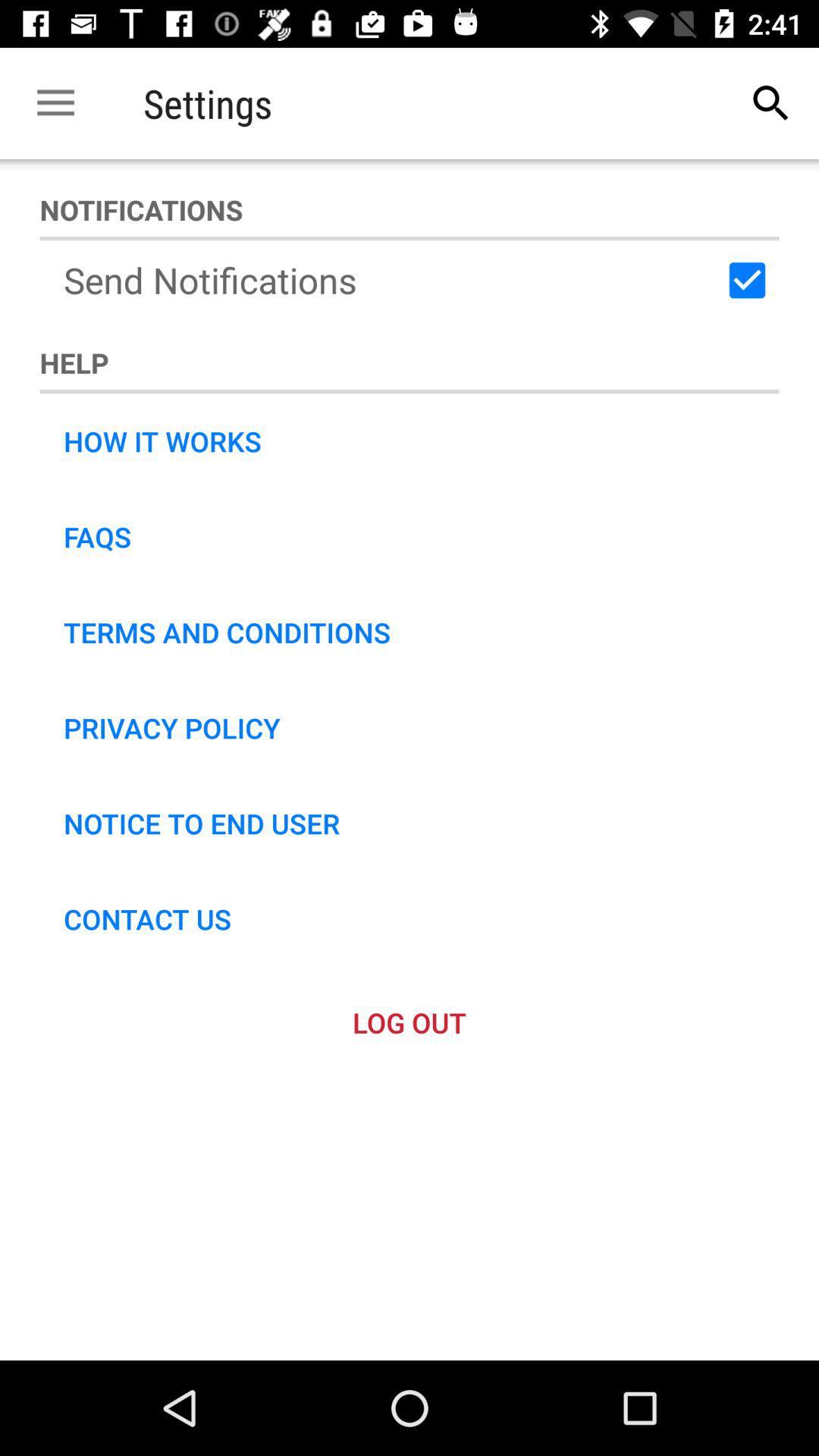 The height and width of the screenshot is (1456, 819). Describe the element at coordinates (746, 280) in the screenshot. I see `item to the right of the send notifications icon` at that location.